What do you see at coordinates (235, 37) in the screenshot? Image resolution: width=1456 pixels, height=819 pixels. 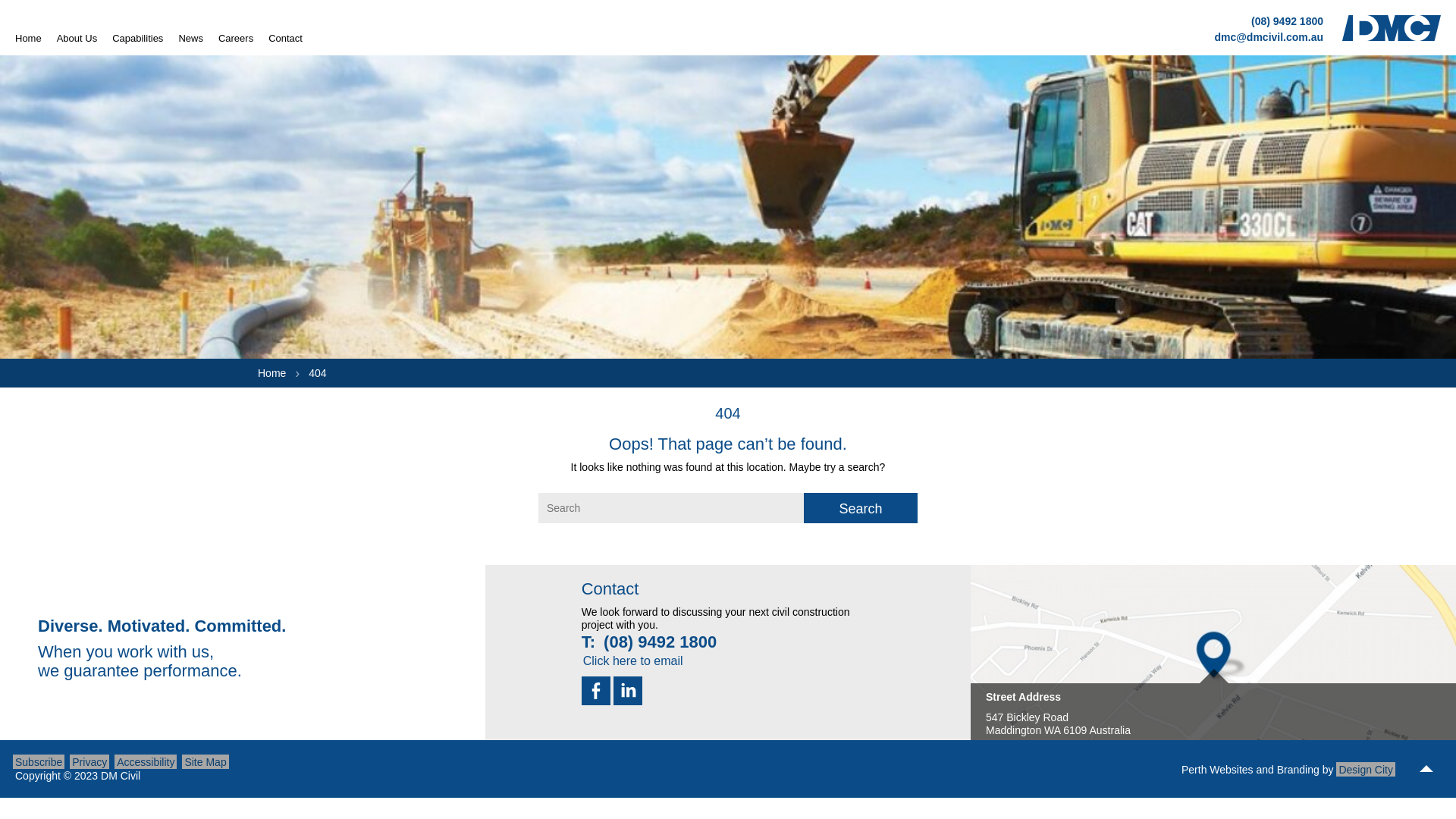 I see `'Careers'` at bounding box center [235, 37].